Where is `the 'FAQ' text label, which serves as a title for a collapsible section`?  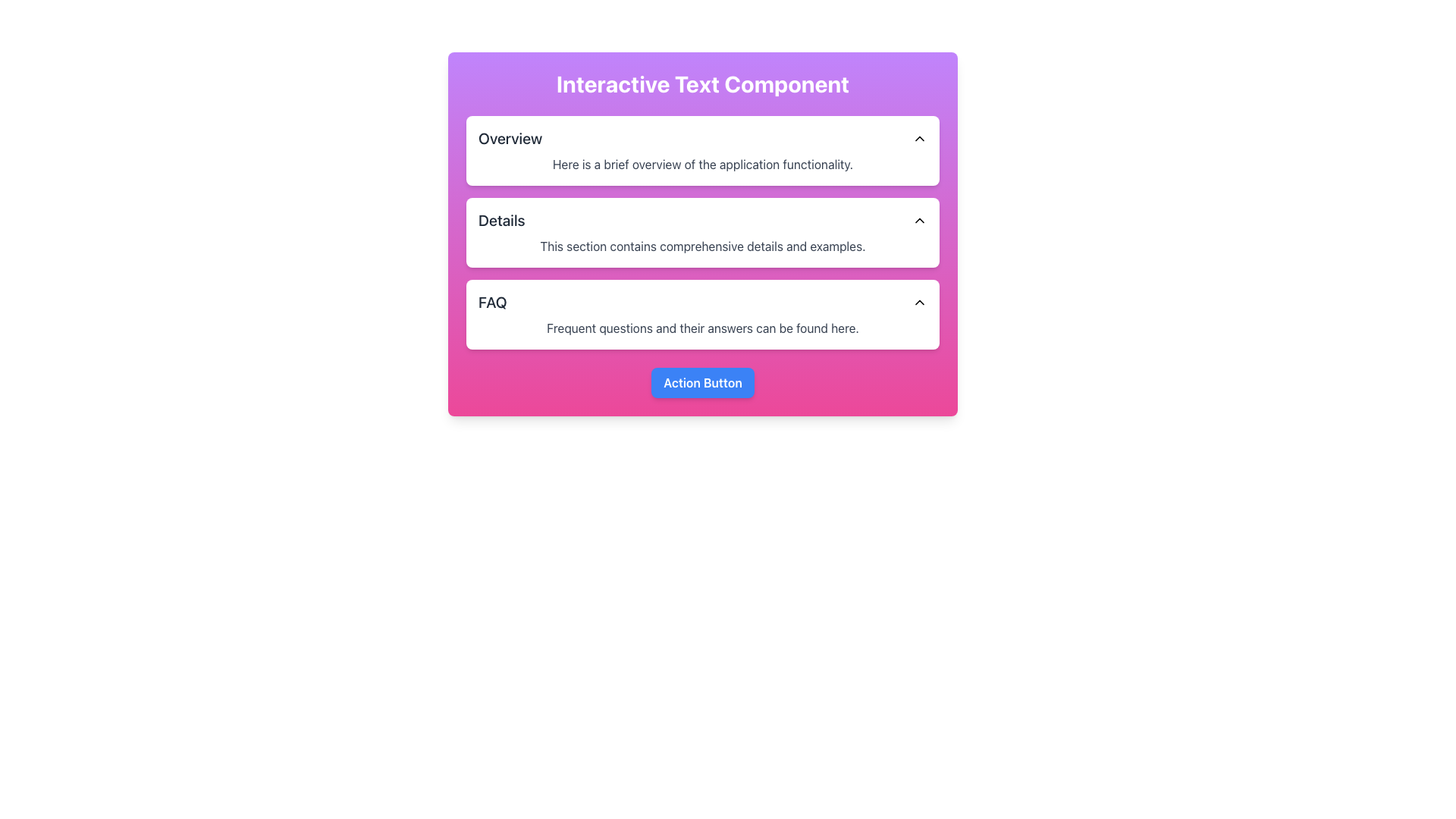
the 'FAQ' text label, which serves as a title for a collapsible section is located at coordinates (492, 302).